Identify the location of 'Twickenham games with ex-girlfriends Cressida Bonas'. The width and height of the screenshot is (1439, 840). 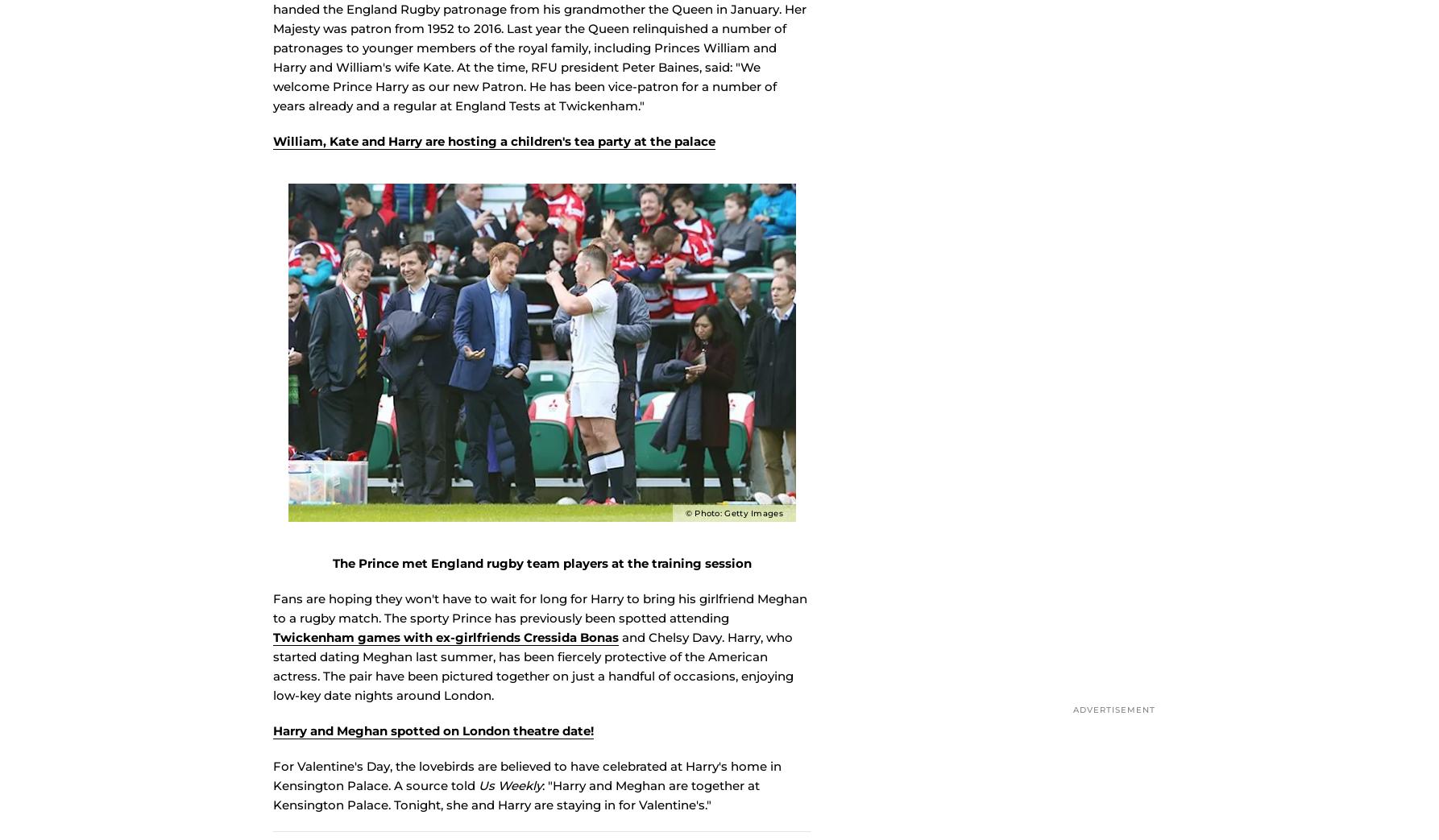
(445, 661).